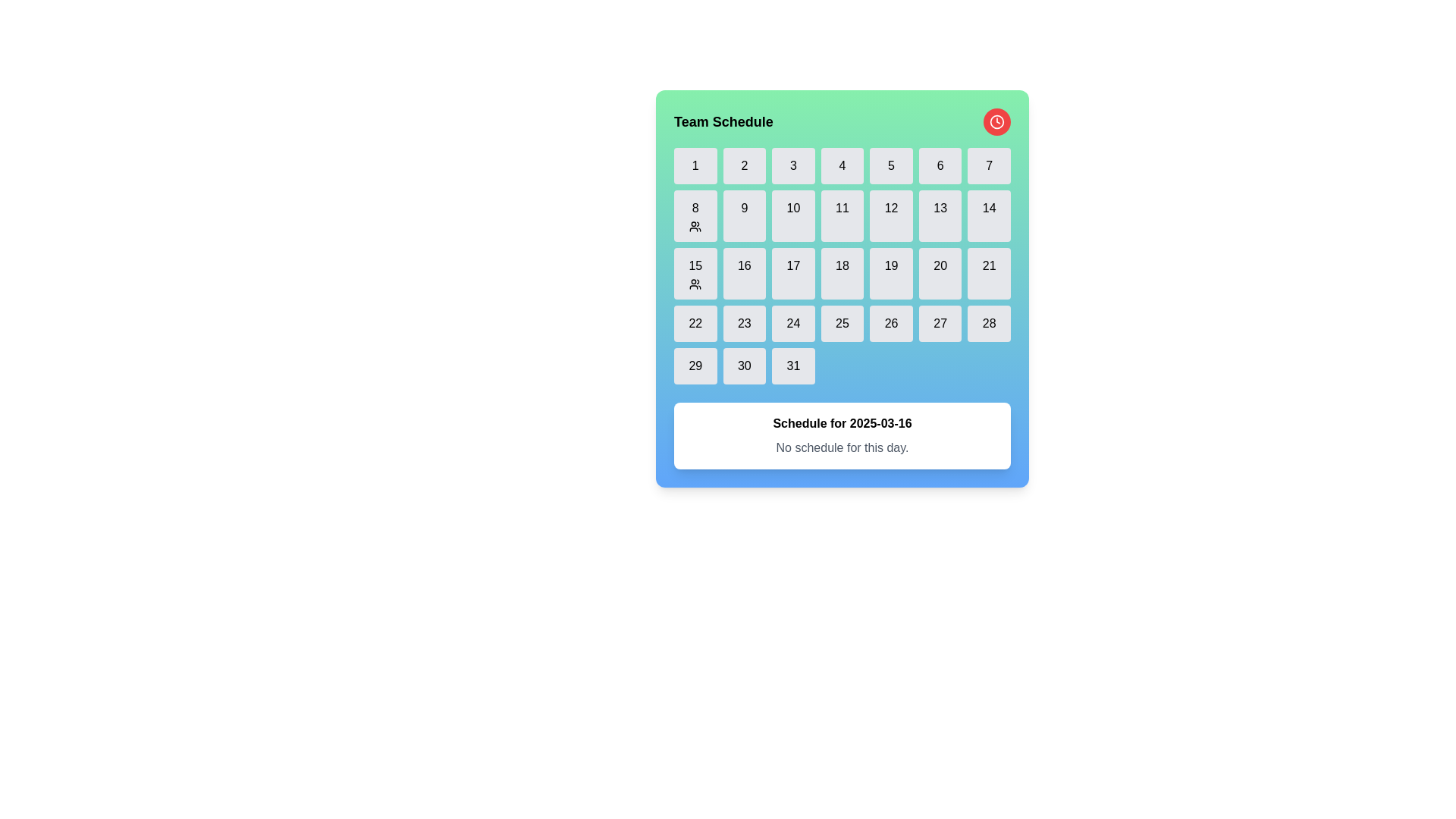  What do you see at coordinates (891, 265) in the screenshot?
I see `the date '19' in the calendar interface, which is located in the fourth row and third column of the grid` at bounding box center [891, 265].